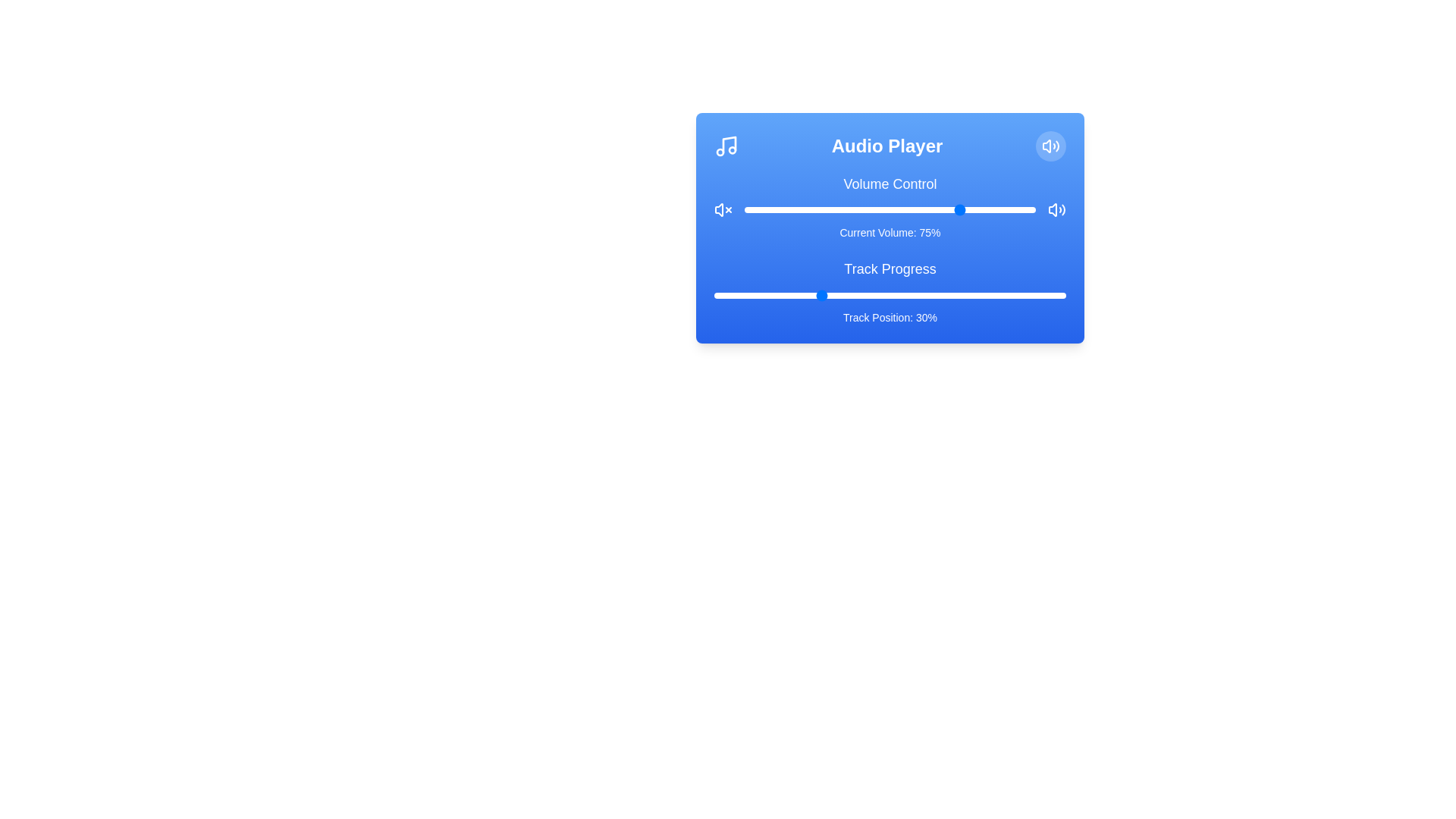 The height and width of the screenshot is (819, 1456). What do you see at coordinates (811, 210) in the screenshot?
I see `volume` at bounding box center [811, 210].